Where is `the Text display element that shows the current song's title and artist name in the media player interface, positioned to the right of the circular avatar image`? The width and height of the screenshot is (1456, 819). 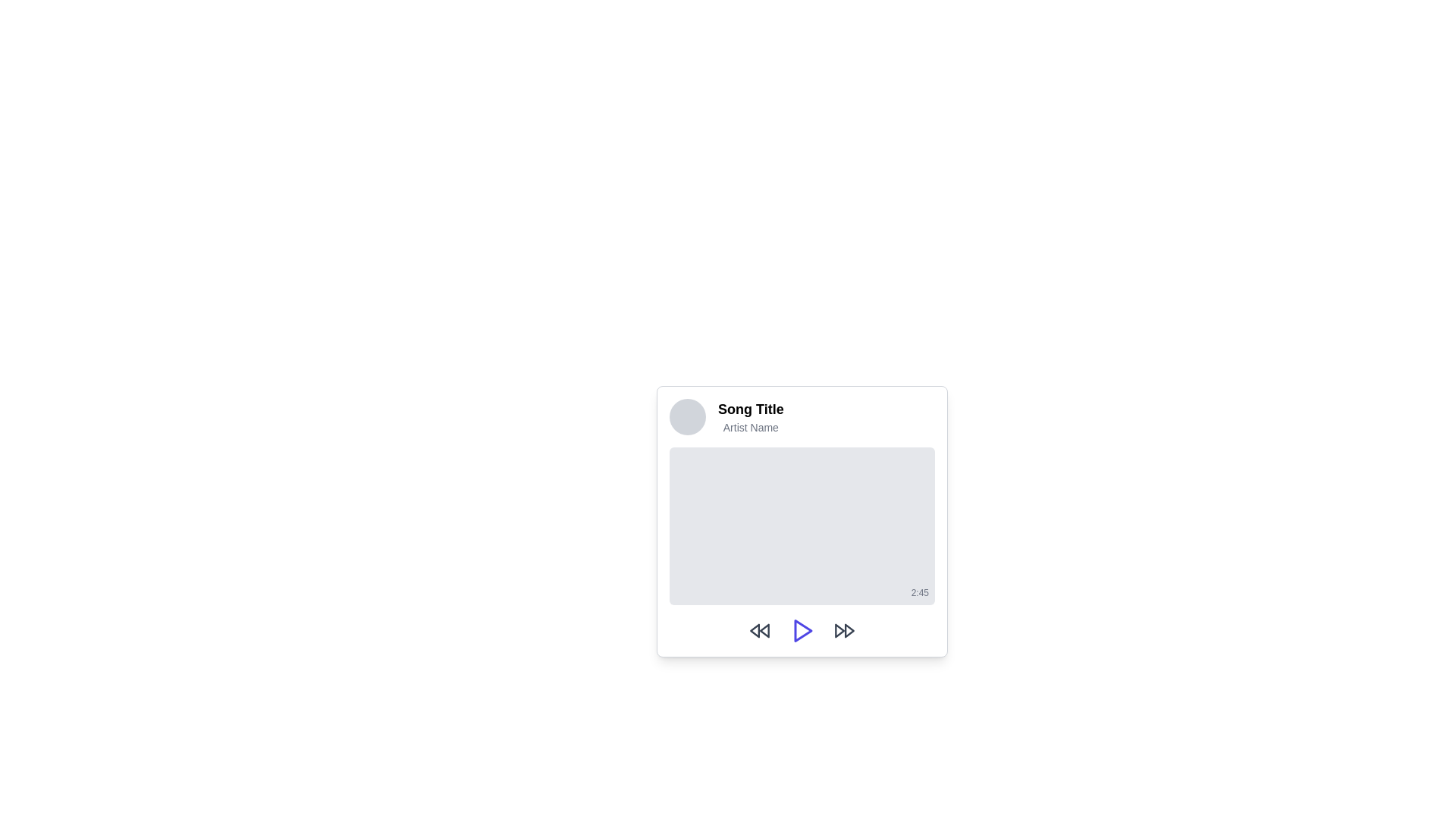
the Text display element that shows the current song's title and artist name in the media player interface, positioned to the right of the circular avatar image is located at coordinates (751, 417).